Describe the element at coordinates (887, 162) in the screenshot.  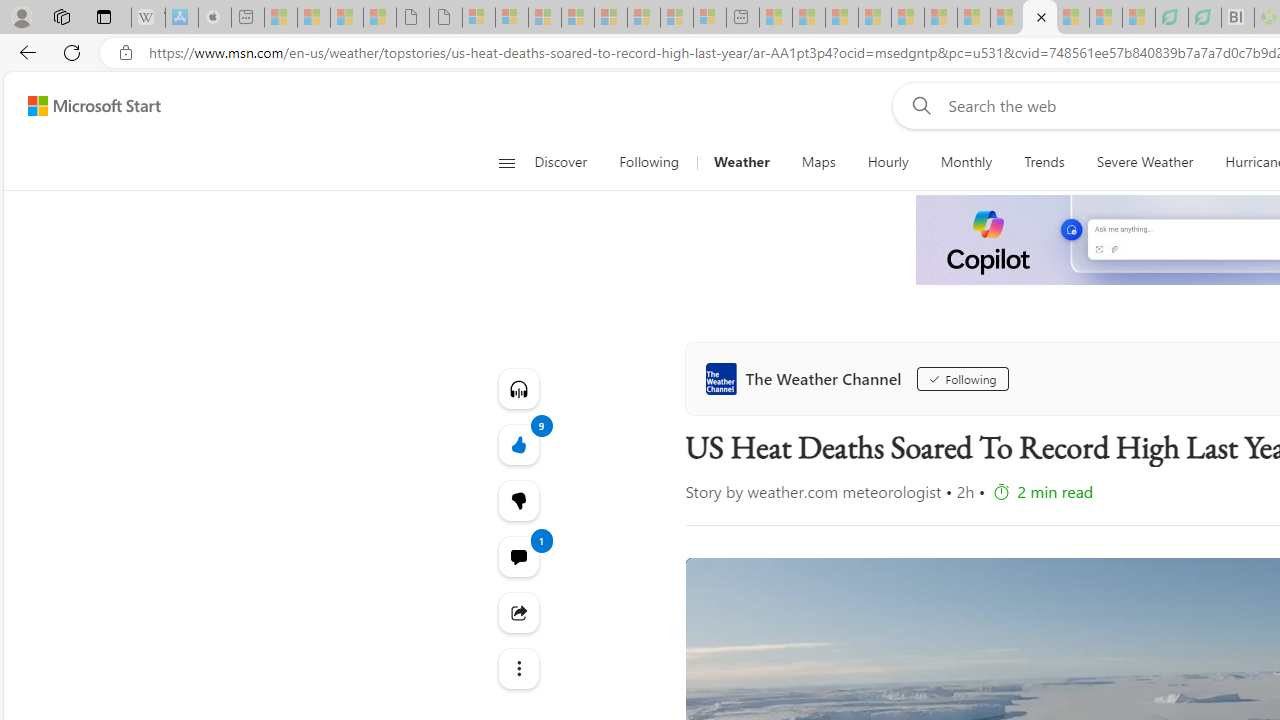
I see `'Hourly'` at that location.